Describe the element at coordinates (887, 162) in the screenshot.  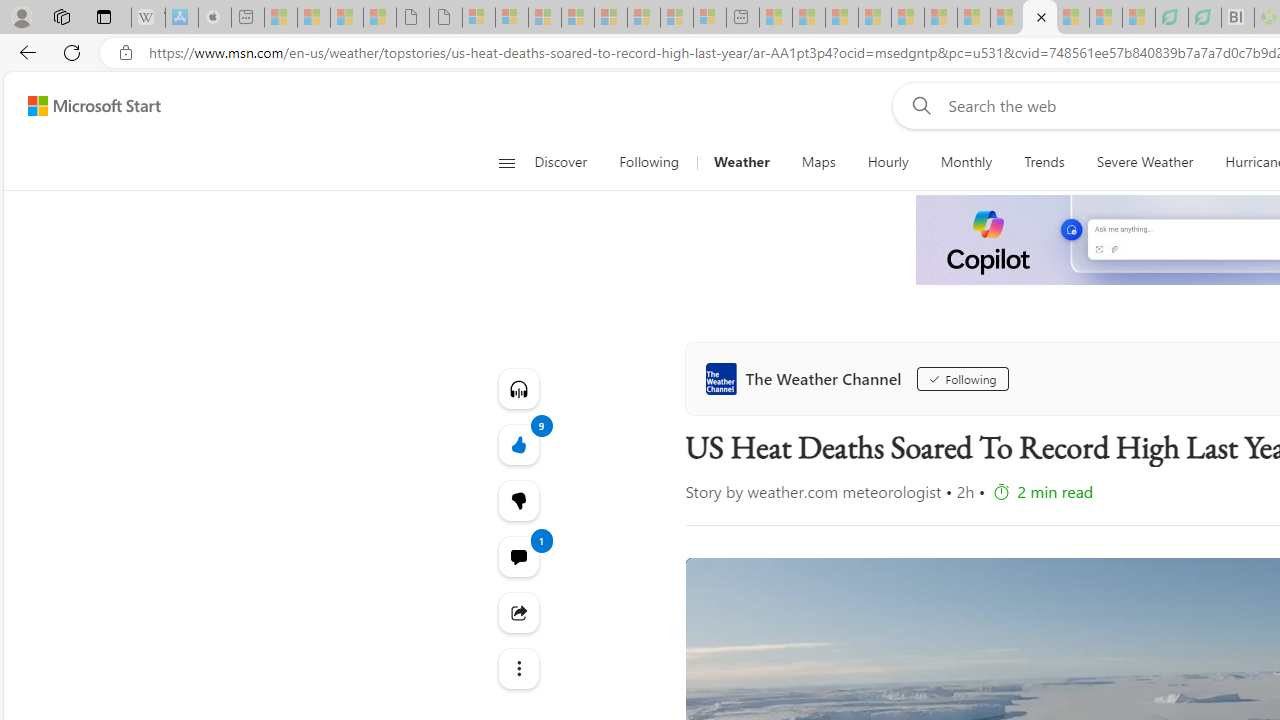
I see `'Hourly'` at that location.